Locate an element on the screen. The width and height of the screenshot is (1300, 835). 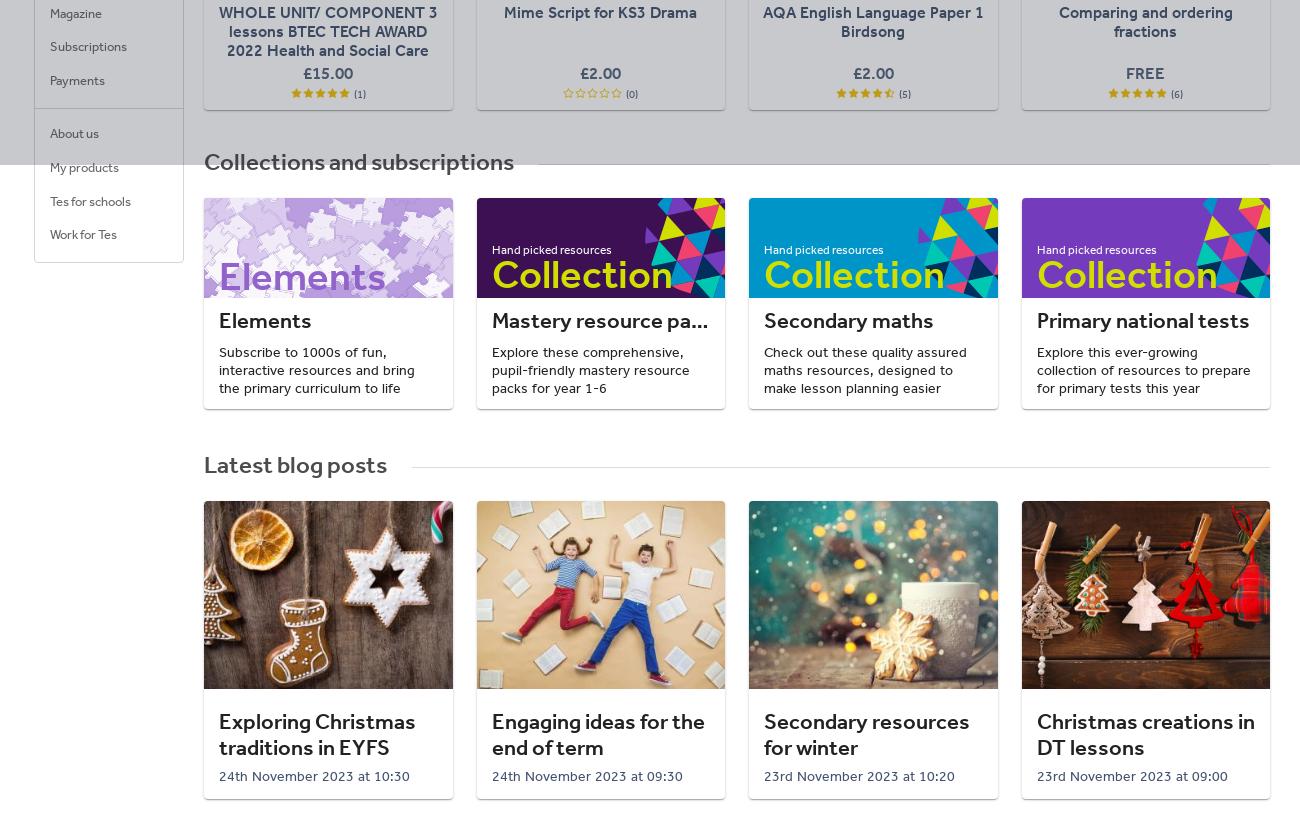
'Secondary resources for winter' is located at coordinates (866, 733).